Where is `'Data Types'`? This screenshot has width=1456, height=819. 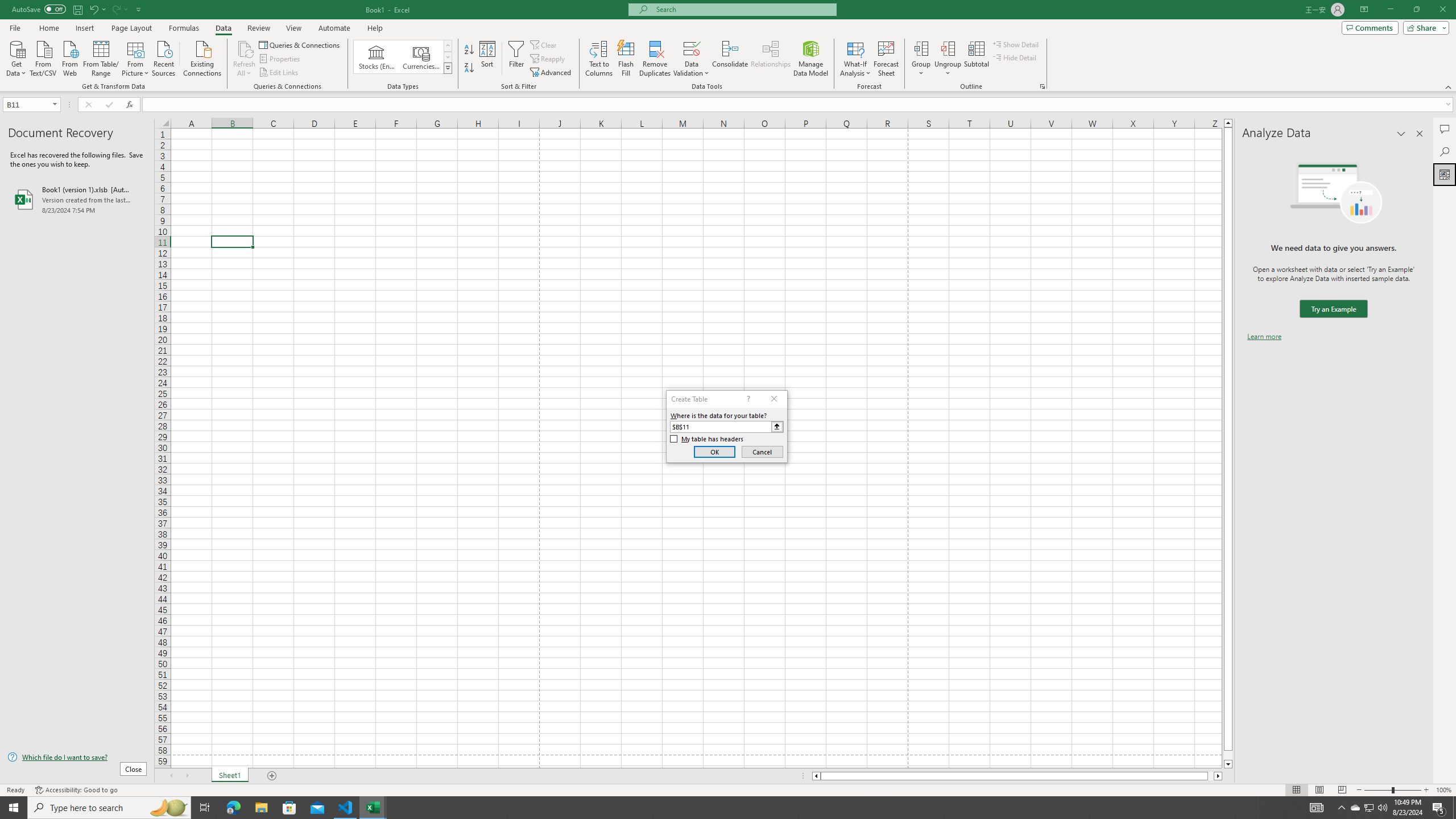
'Data Types' is located at coordinates (448, 67).